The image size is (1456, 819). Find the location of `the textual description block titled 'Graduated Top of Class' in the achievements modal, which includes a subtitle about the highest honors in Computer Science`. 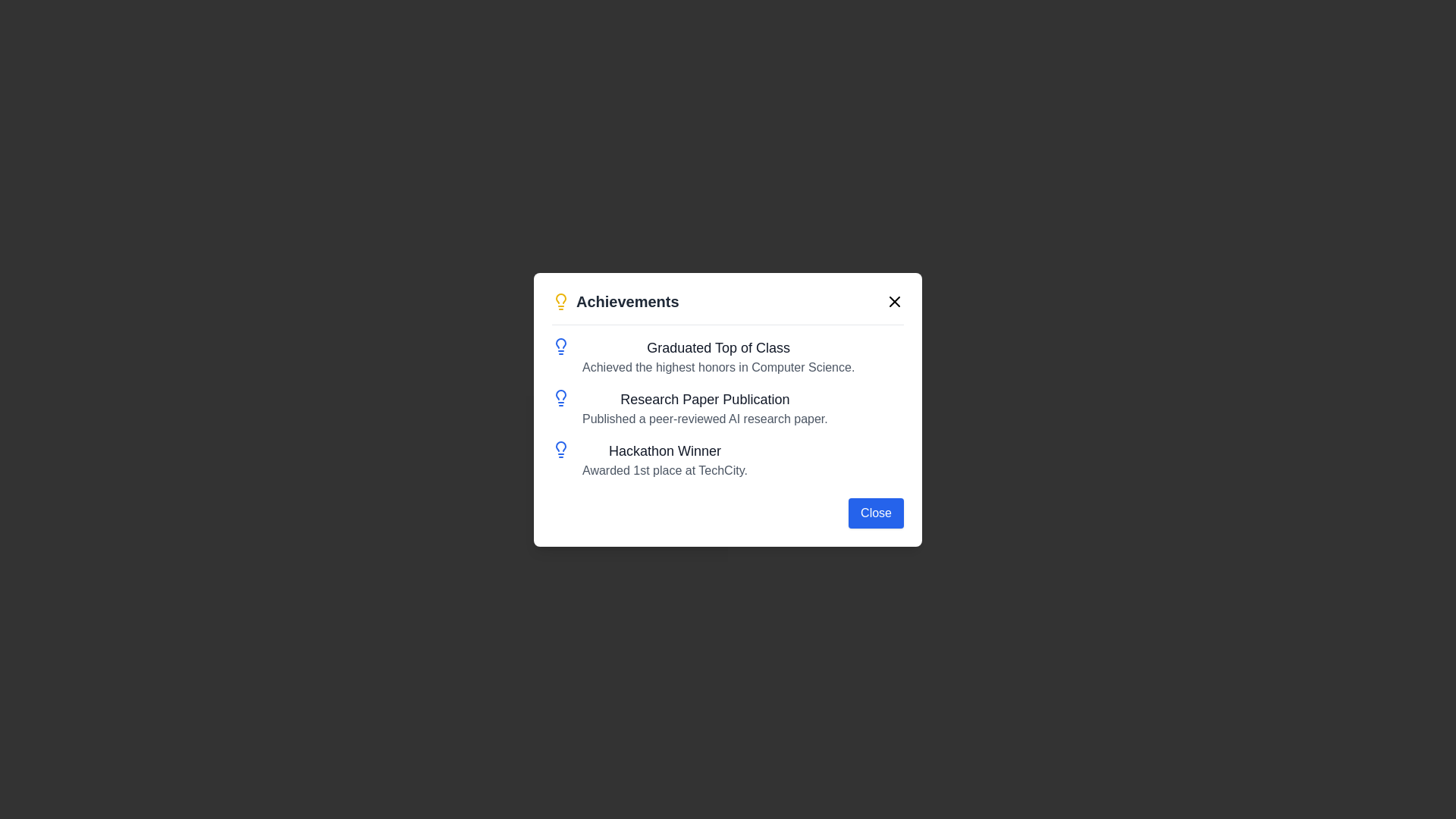

the textual description block titled 'Graduated Top of Class' in the achievements modal, which includes a subtitle about the highest honors in Computer Science is located at coordinates (717, 356).